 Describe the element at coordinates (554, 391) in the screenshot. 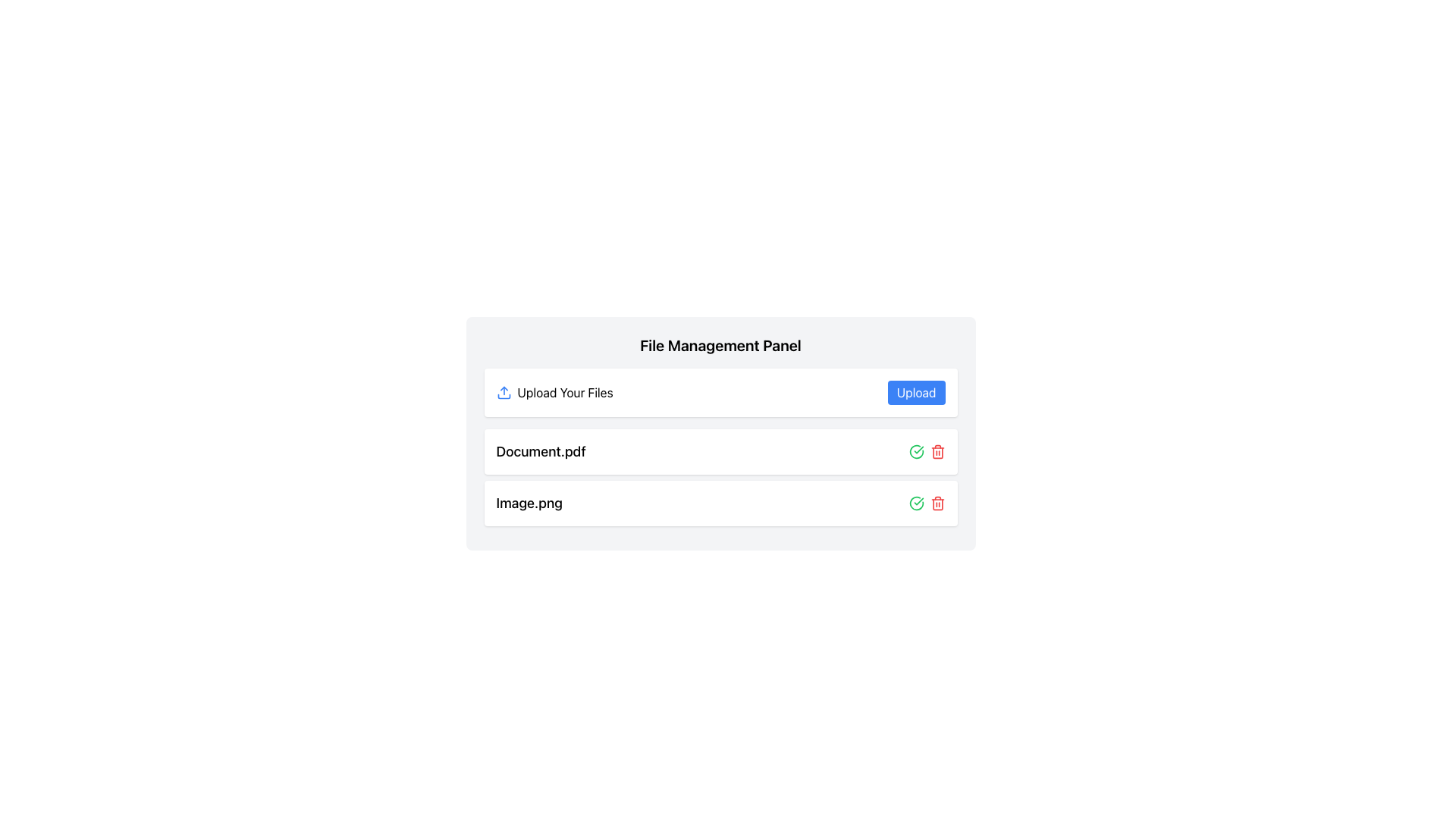

I see `the label indicating the purpose of the adjacent input for file uploading, located to the left of the blue 'Upload' button` at that location.